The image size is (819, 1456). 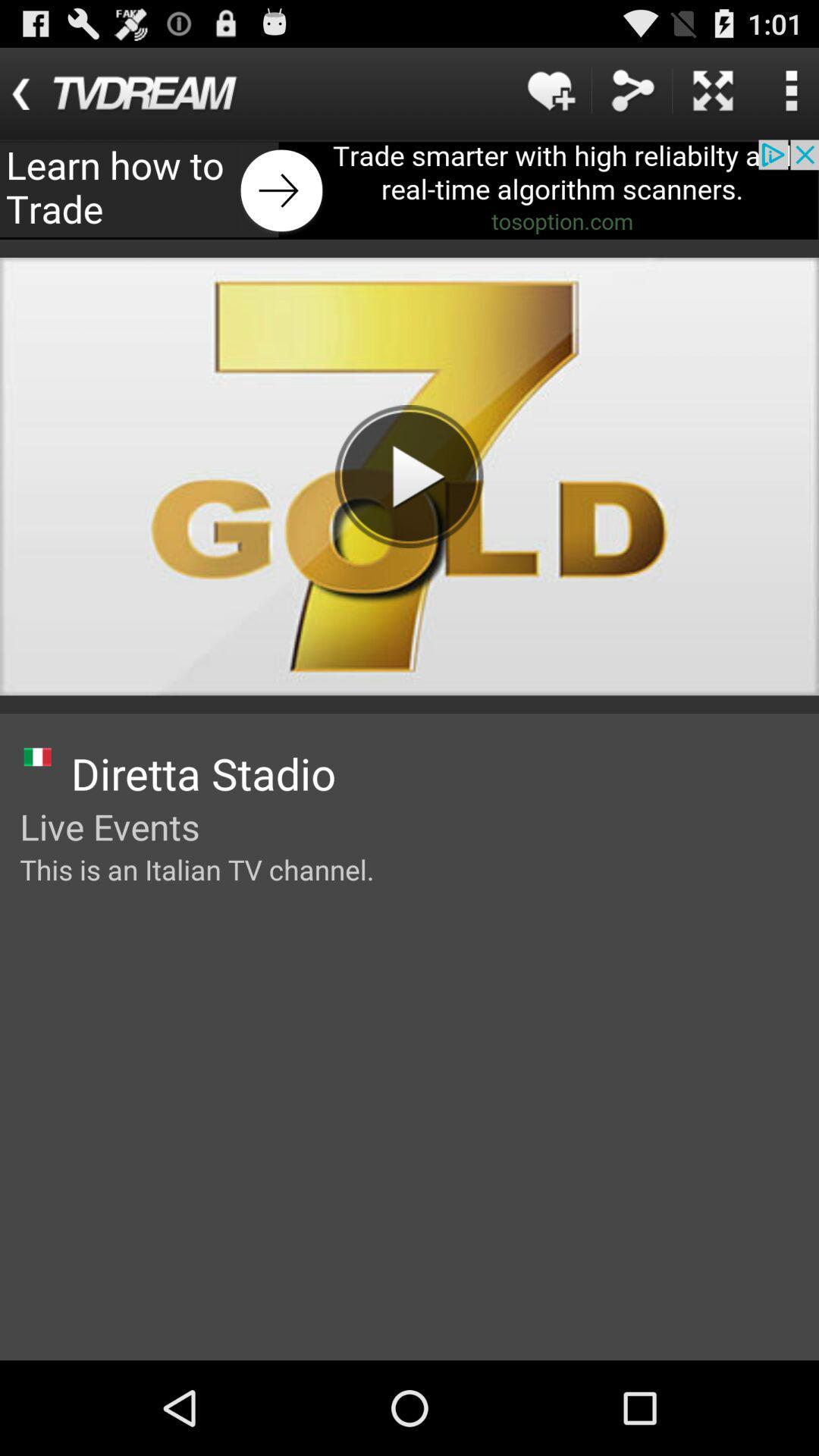 I want to click on the video, so click(x=408, y=475).